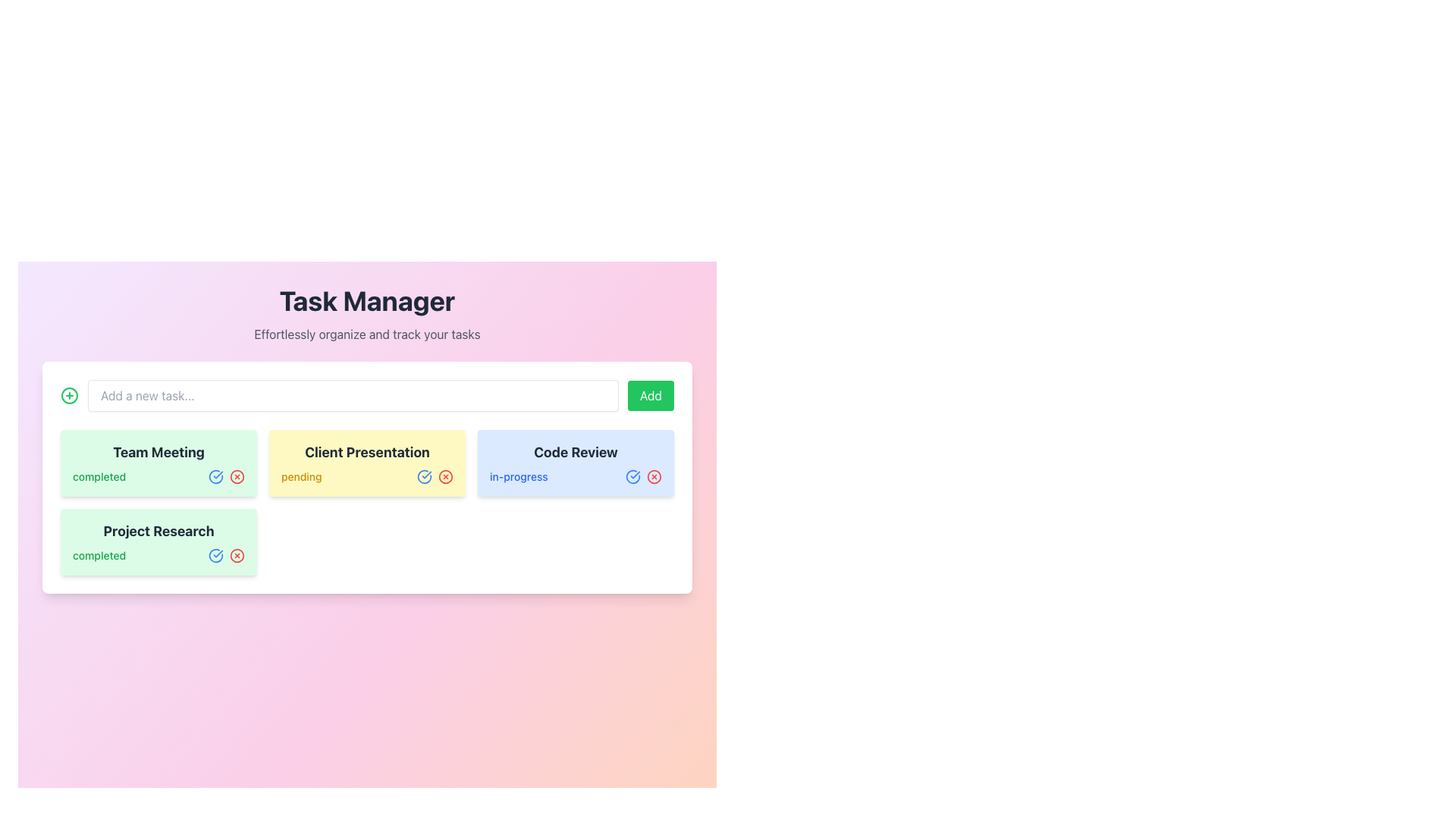  Describe the element at coordinates (301, 475) in the screenshot. I see `the status indicator text label for the 'Client Presentation' task, which shows that the task is currently pending` at that location.